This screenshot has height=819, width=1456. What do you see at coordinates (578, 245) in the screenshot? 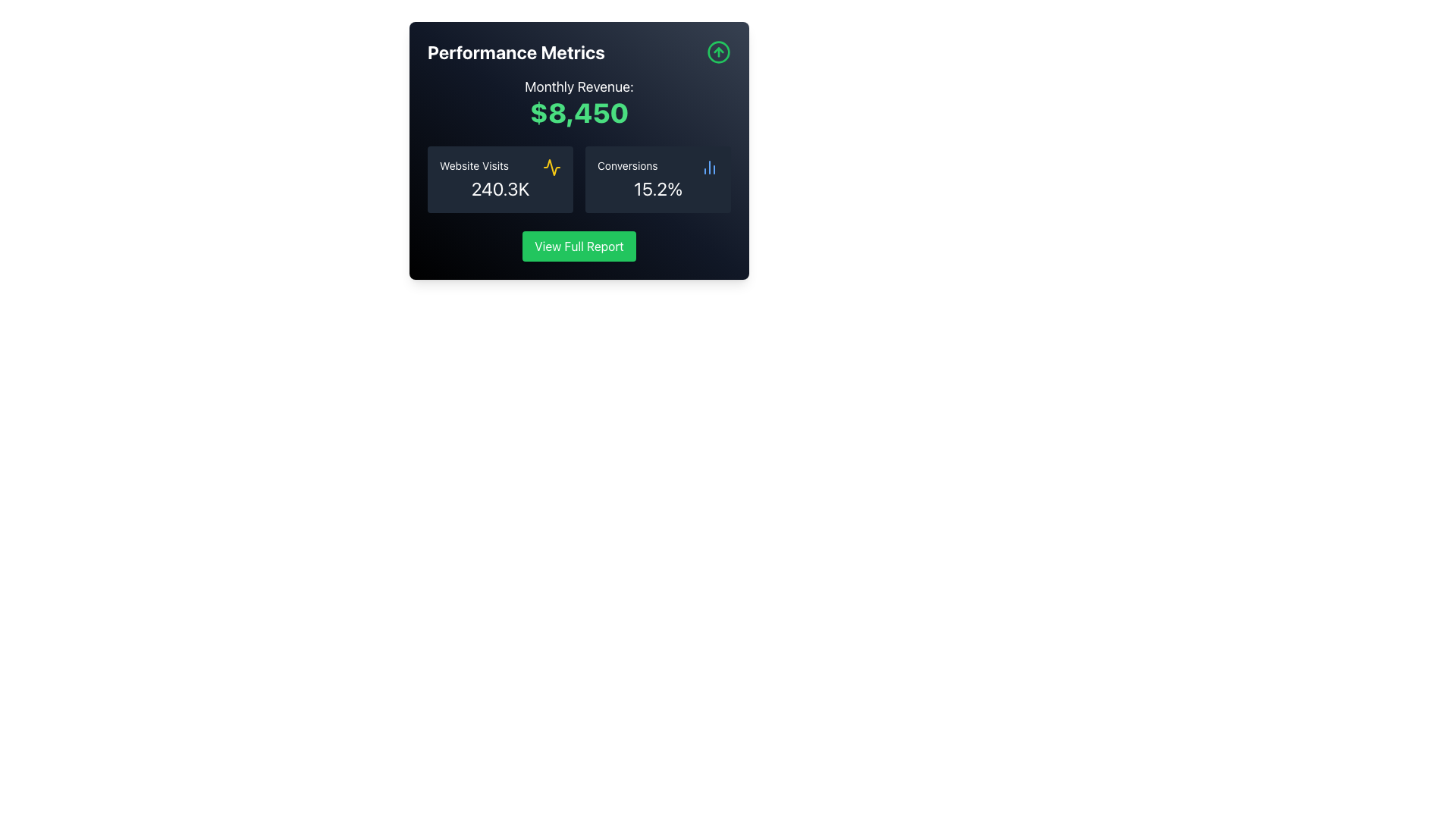
I see `the green button labeled 'View Full Report'` at bounding box center [578, 245].